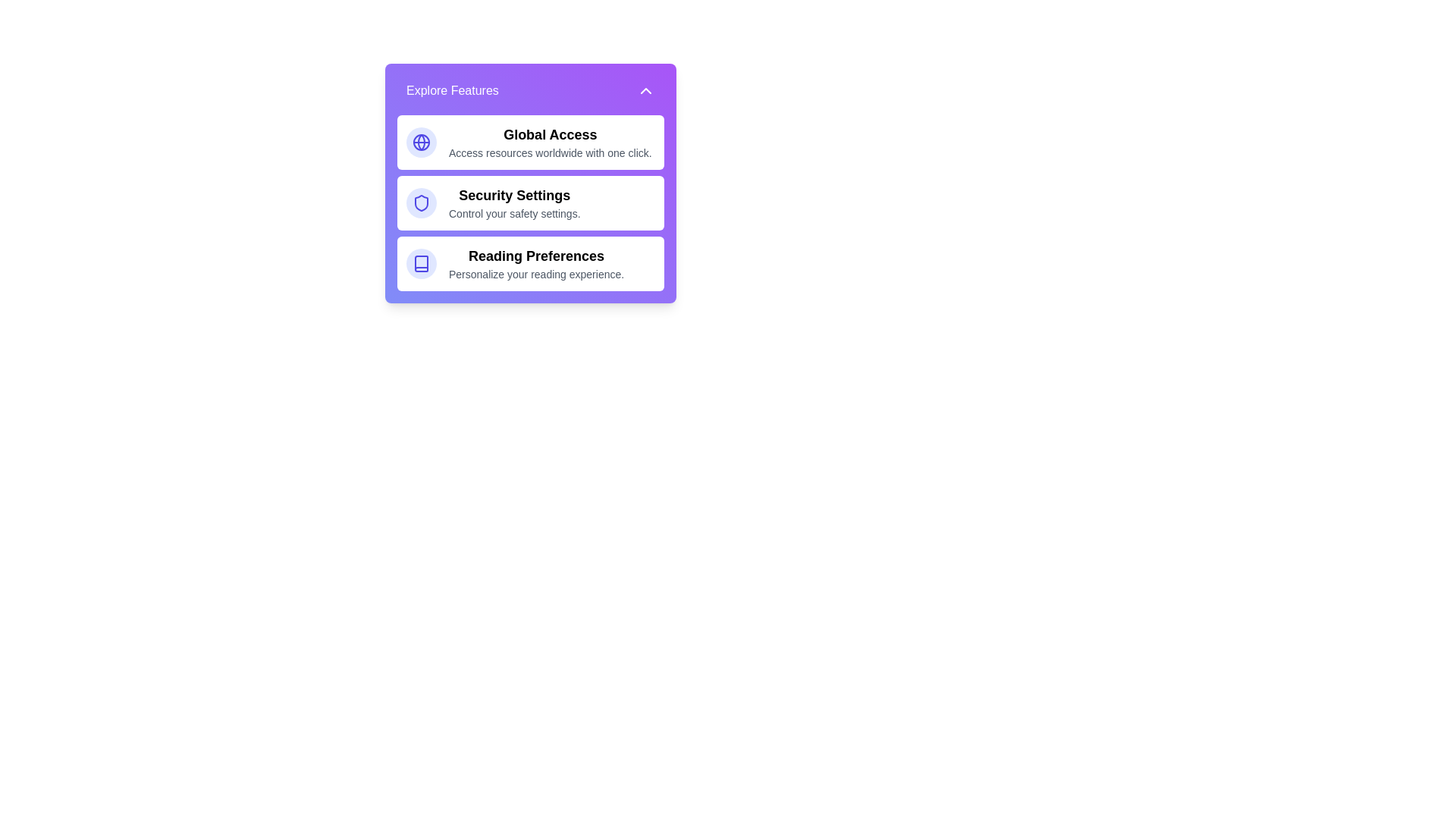 The width and height of the screenshot is (1456, 819). What do you see at coordinates (645, 90) in the screenshot?
I see `the Chevron-Up icon located at the top-right corner of the 'Explore Features' section` at bounding box center [645, 90].